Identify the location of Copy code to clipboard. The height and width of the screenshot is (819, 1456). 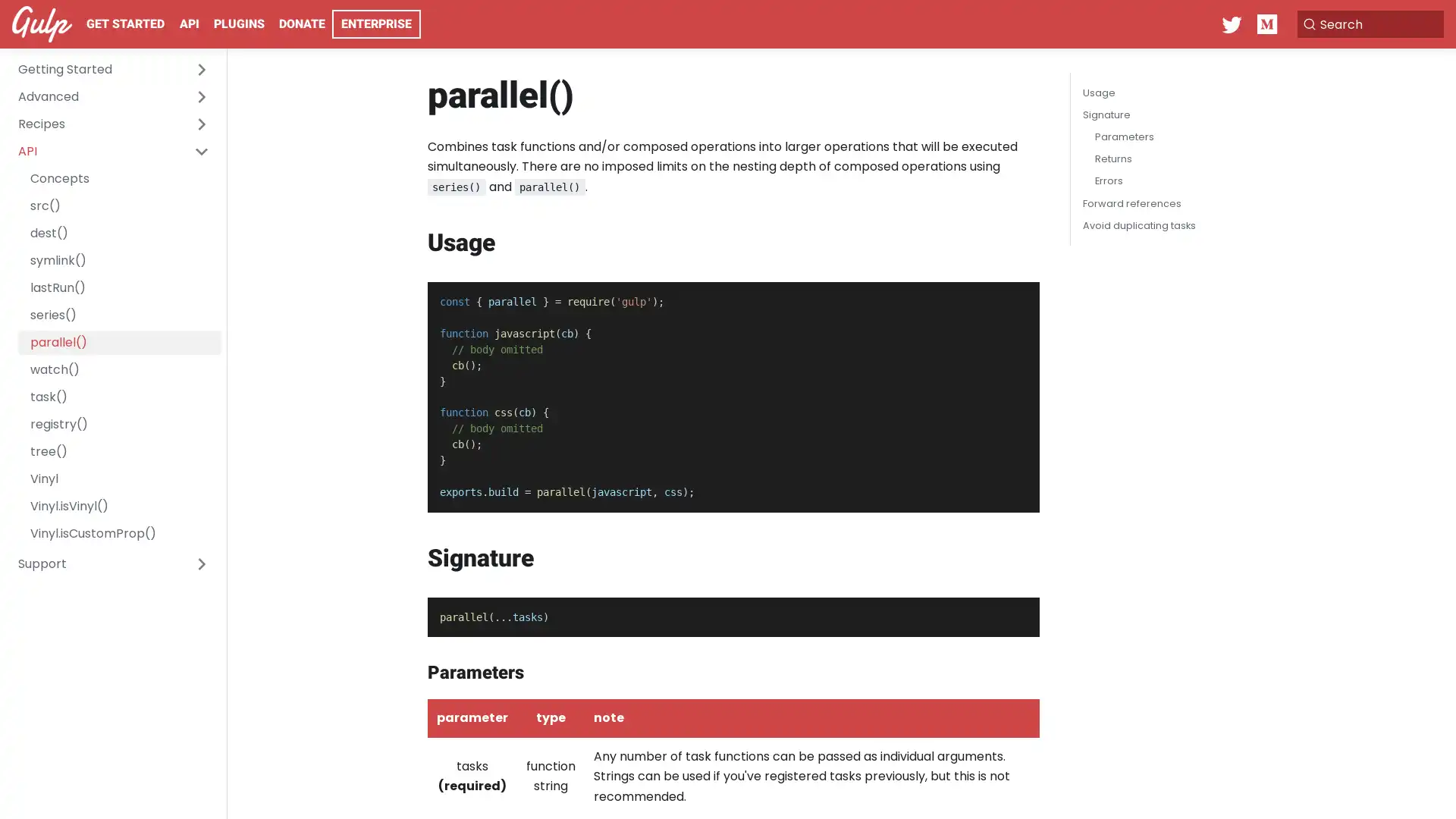
(1015, 298).